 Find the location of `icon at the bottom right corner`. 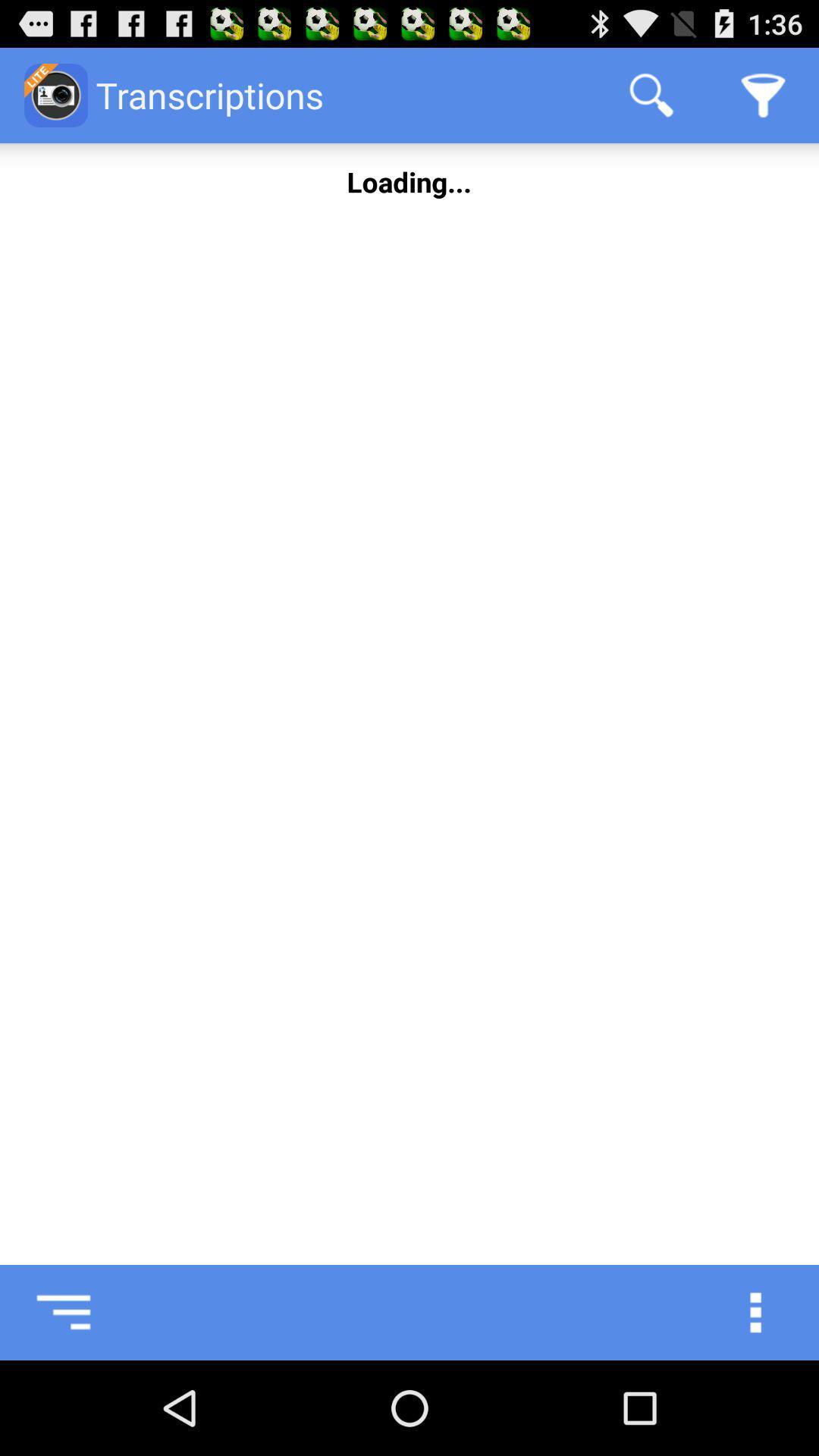

icon at the bottom right corner is located at coordinates (771, 1312).